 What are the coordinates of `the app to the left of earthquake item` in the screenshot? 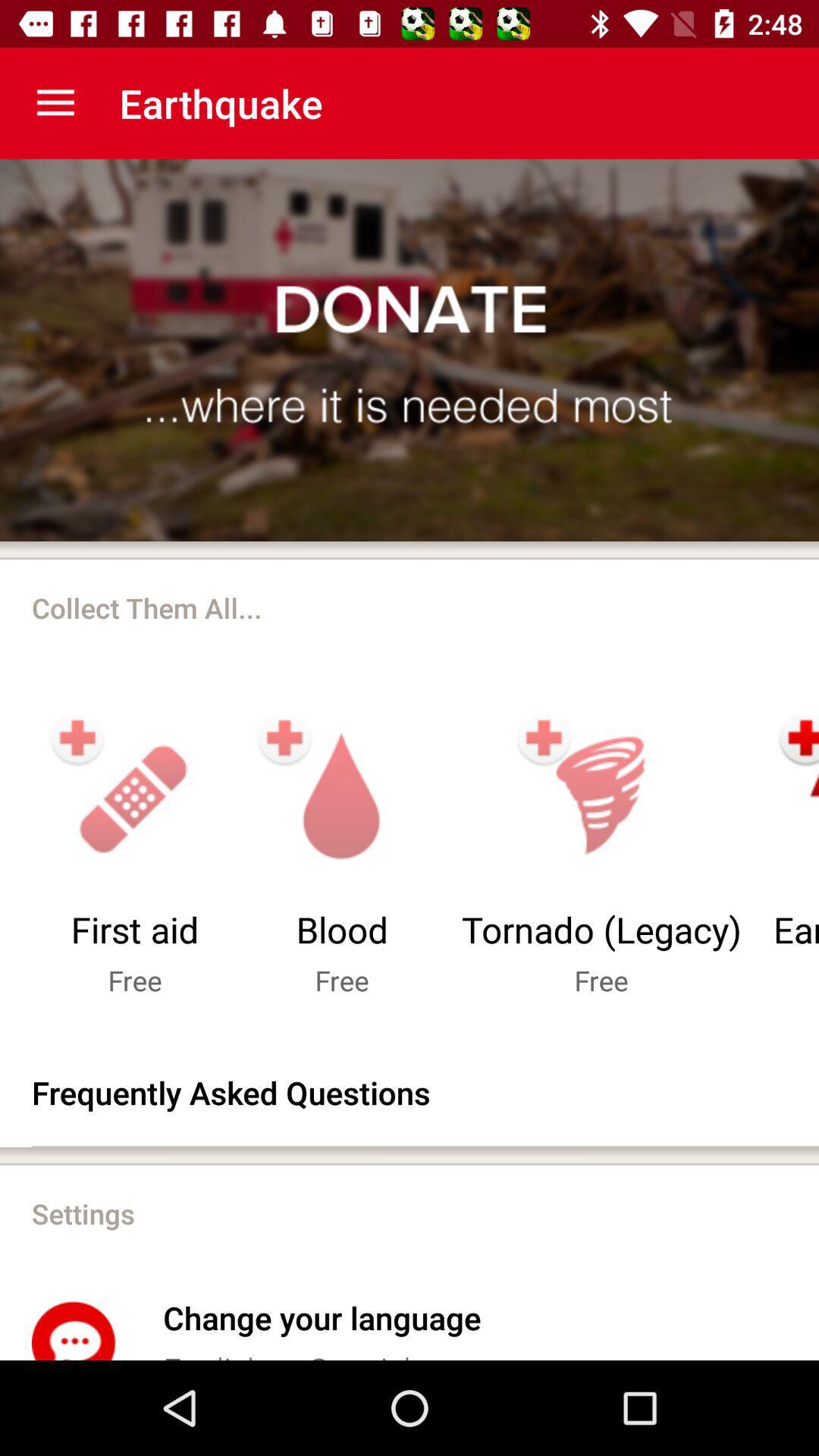 It's located at (55, 102).